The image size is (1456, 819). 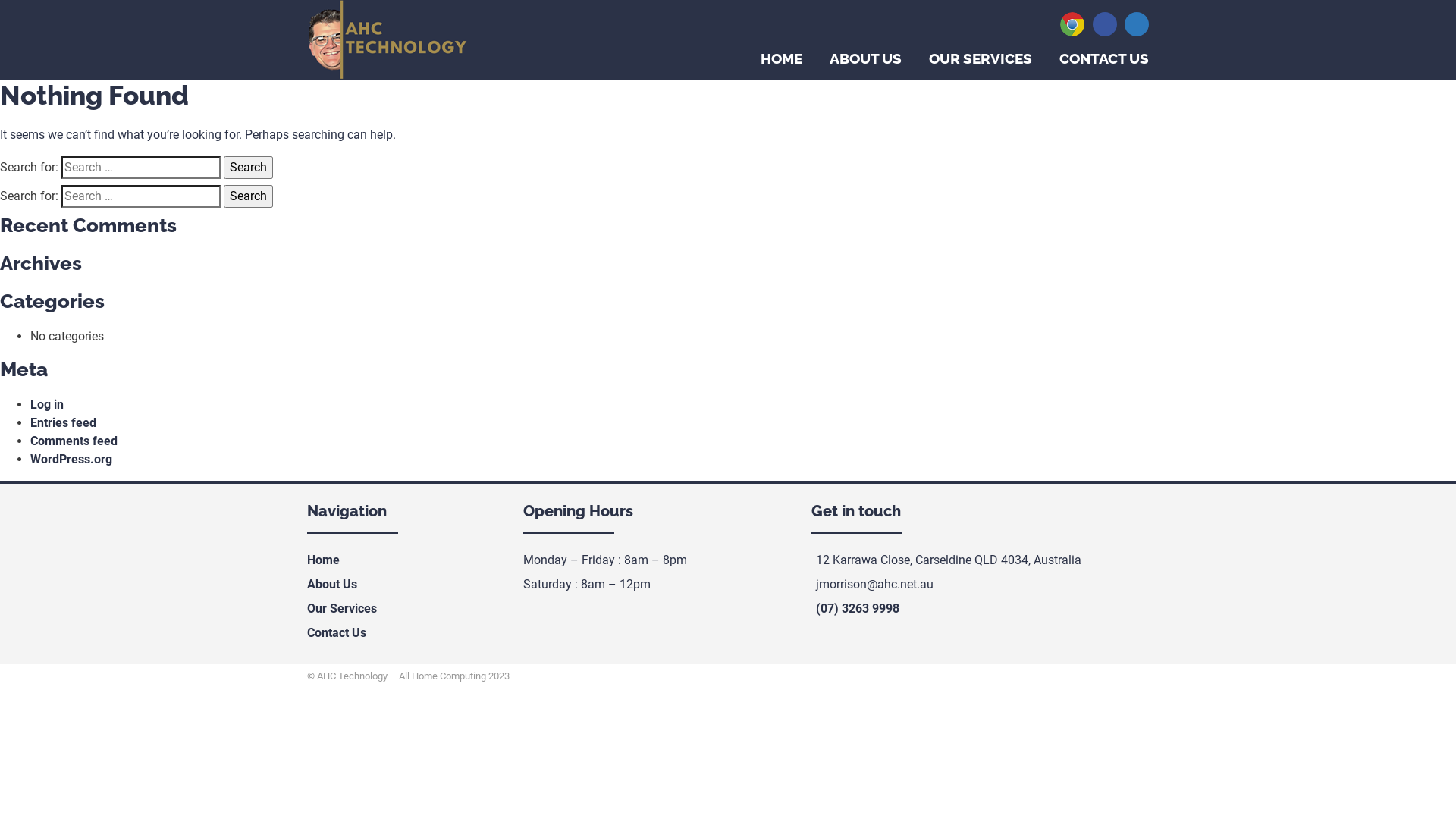 What do you see at coordinates (322, 560) in the screenshot?
I see `'Home'` at bounding box center [322, 560].